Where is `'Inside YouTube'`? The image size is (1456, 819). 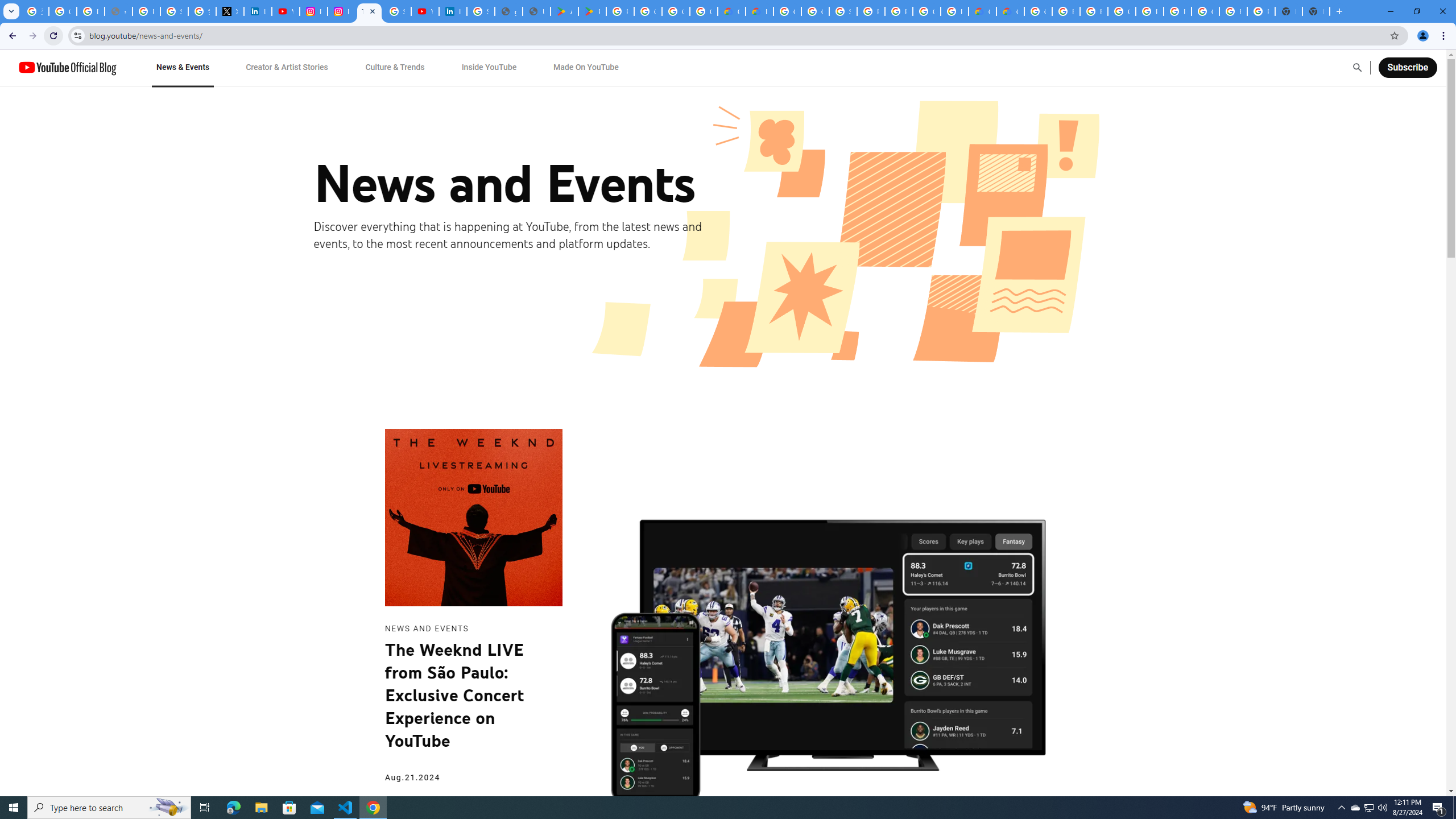
'Inside YouTube' is located at coordinates (489, 67).